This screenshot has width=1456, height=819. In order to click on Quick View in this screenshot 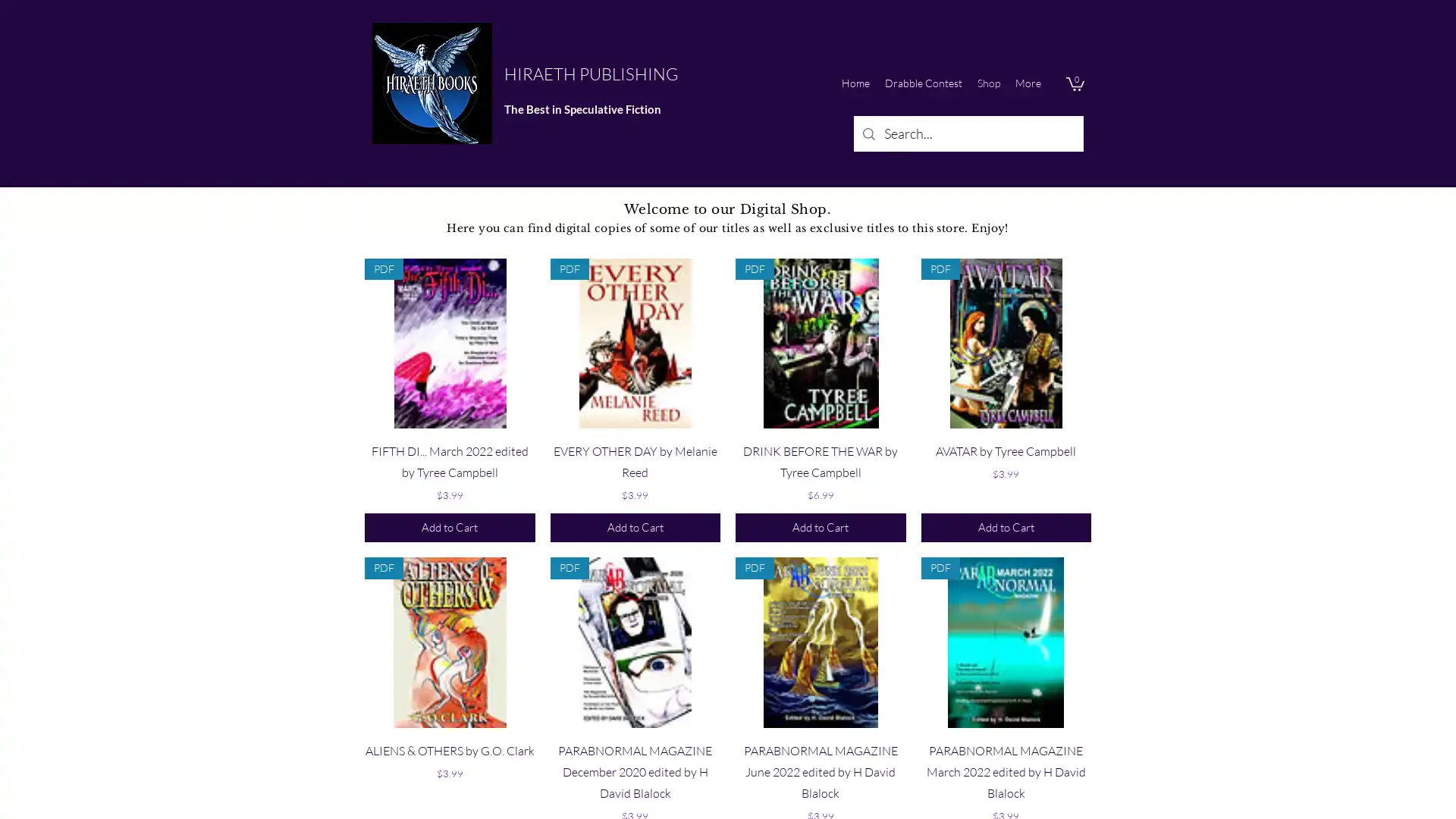, I will do `click(635, 447)`.